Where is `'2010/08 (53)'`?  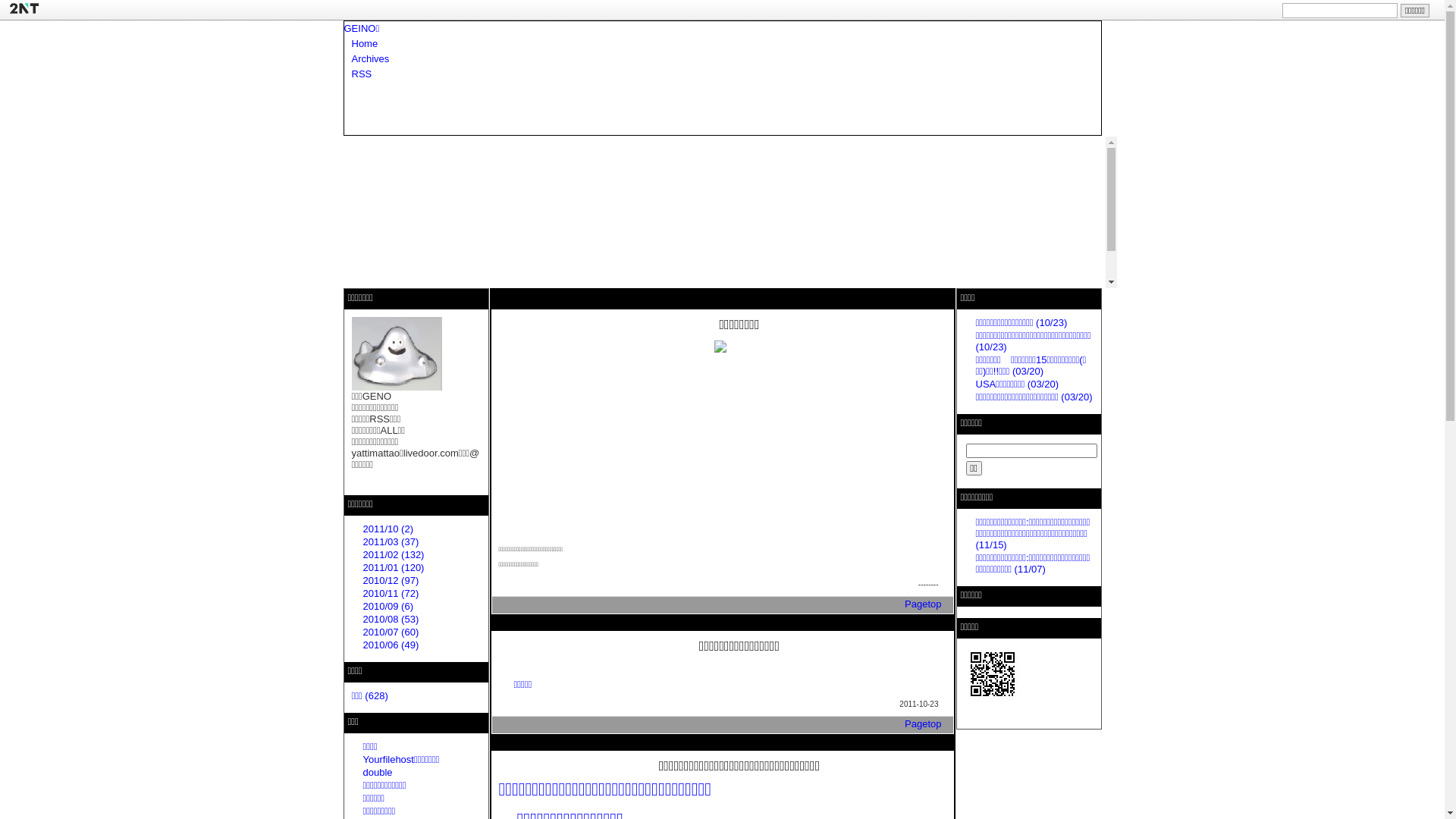 '2010/08 (53)' is located at coordinates (390, 619).